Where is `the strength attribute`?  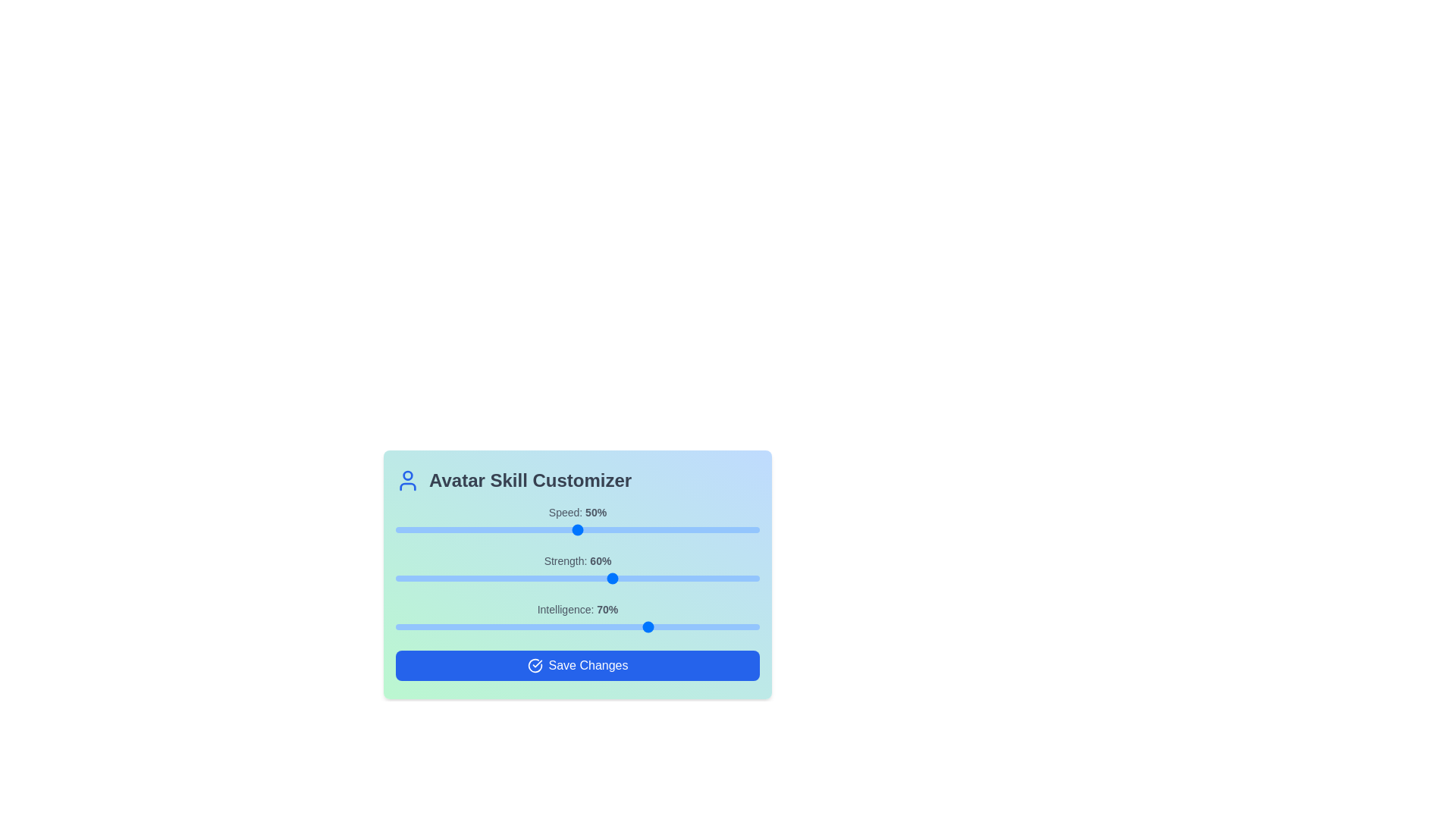 the strength attribute is located at coordinates (435, 579).